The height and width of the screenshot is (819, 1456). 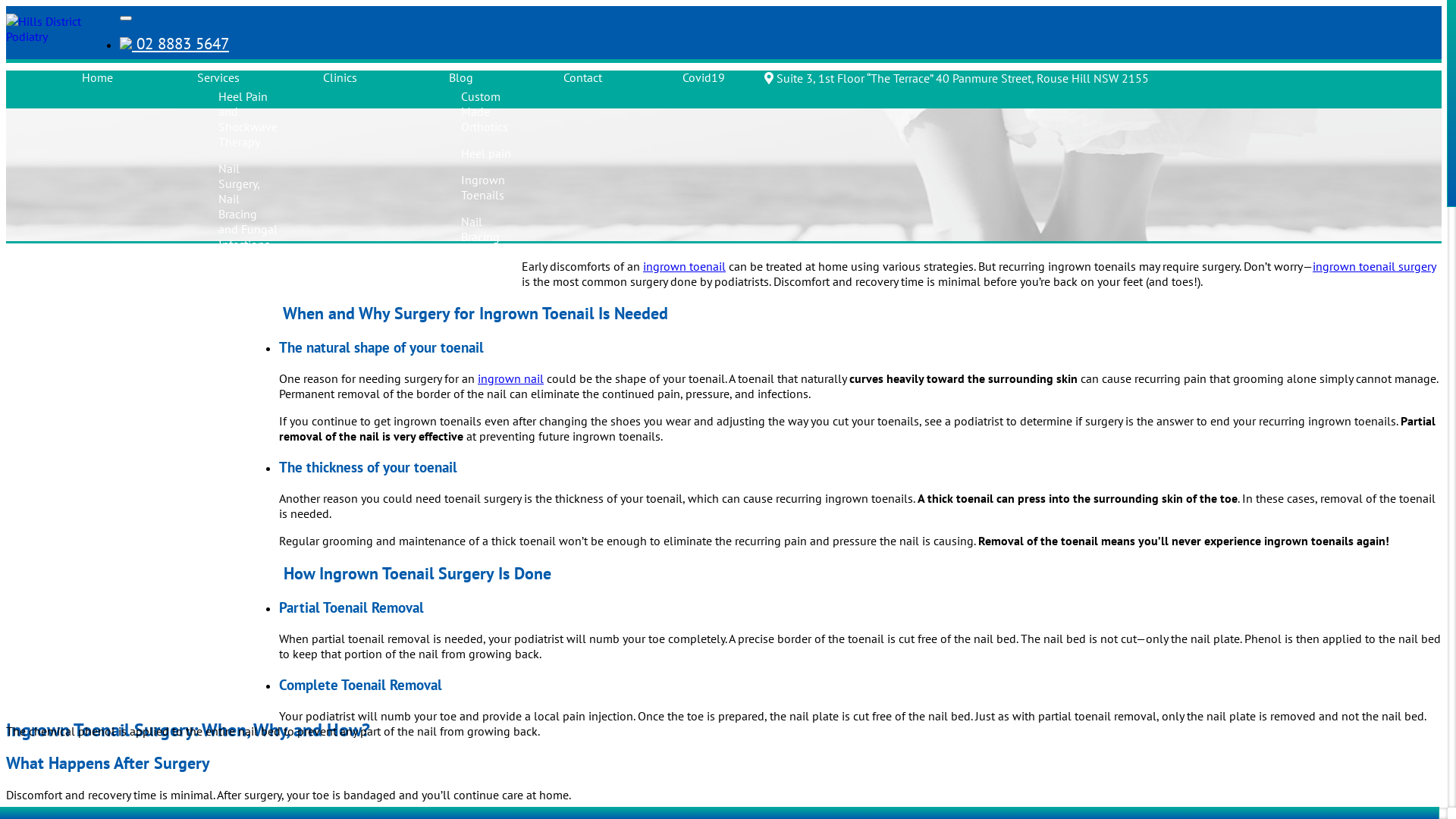 I want to click on 'Shockwave Therapy', so click(x=460, y=270).